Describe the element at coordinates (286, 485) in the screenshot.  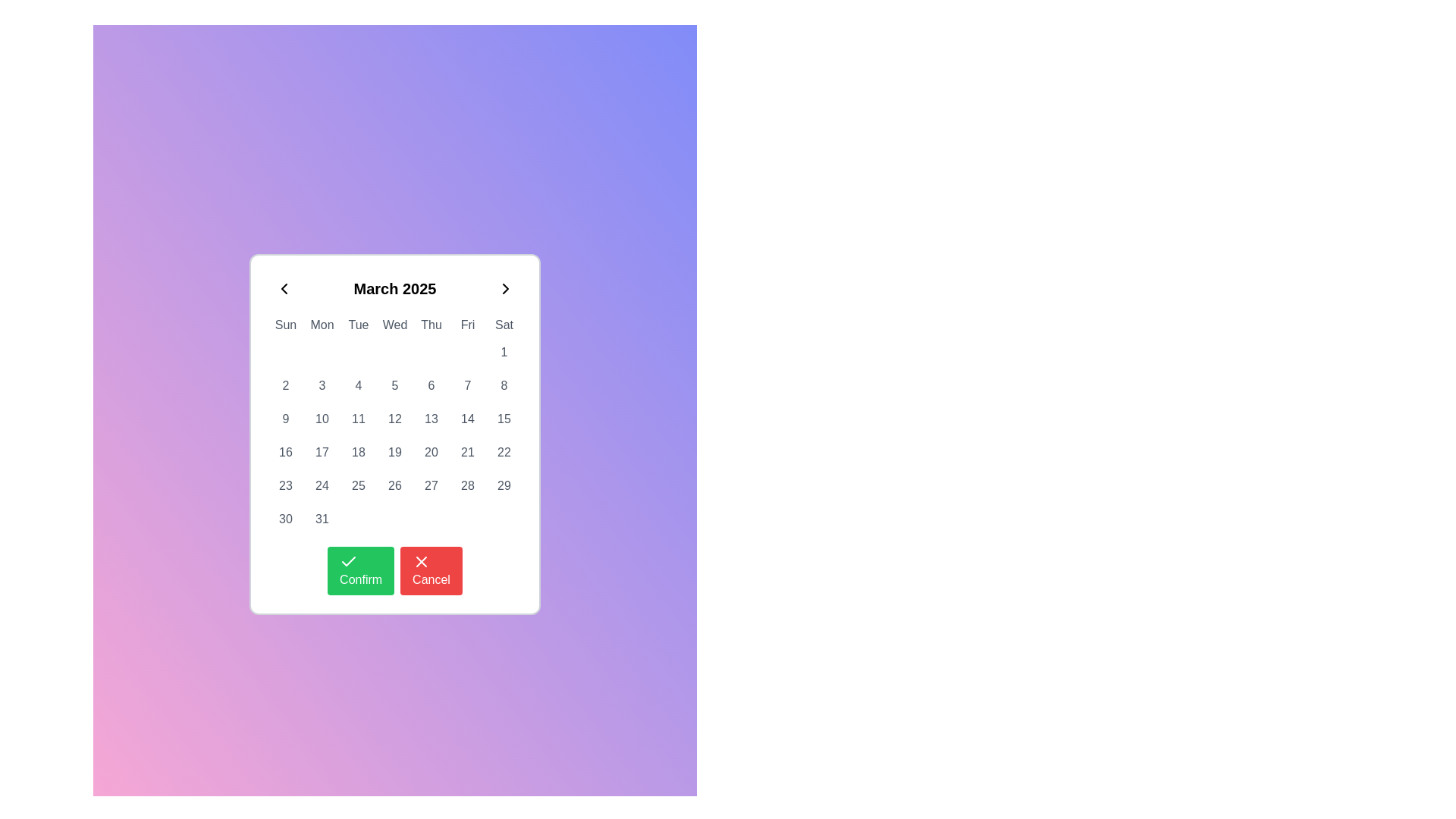
I see `the button representing the 23rd day in the calendar month located in the sixth row and first column under the 'Sun' header` at that location.